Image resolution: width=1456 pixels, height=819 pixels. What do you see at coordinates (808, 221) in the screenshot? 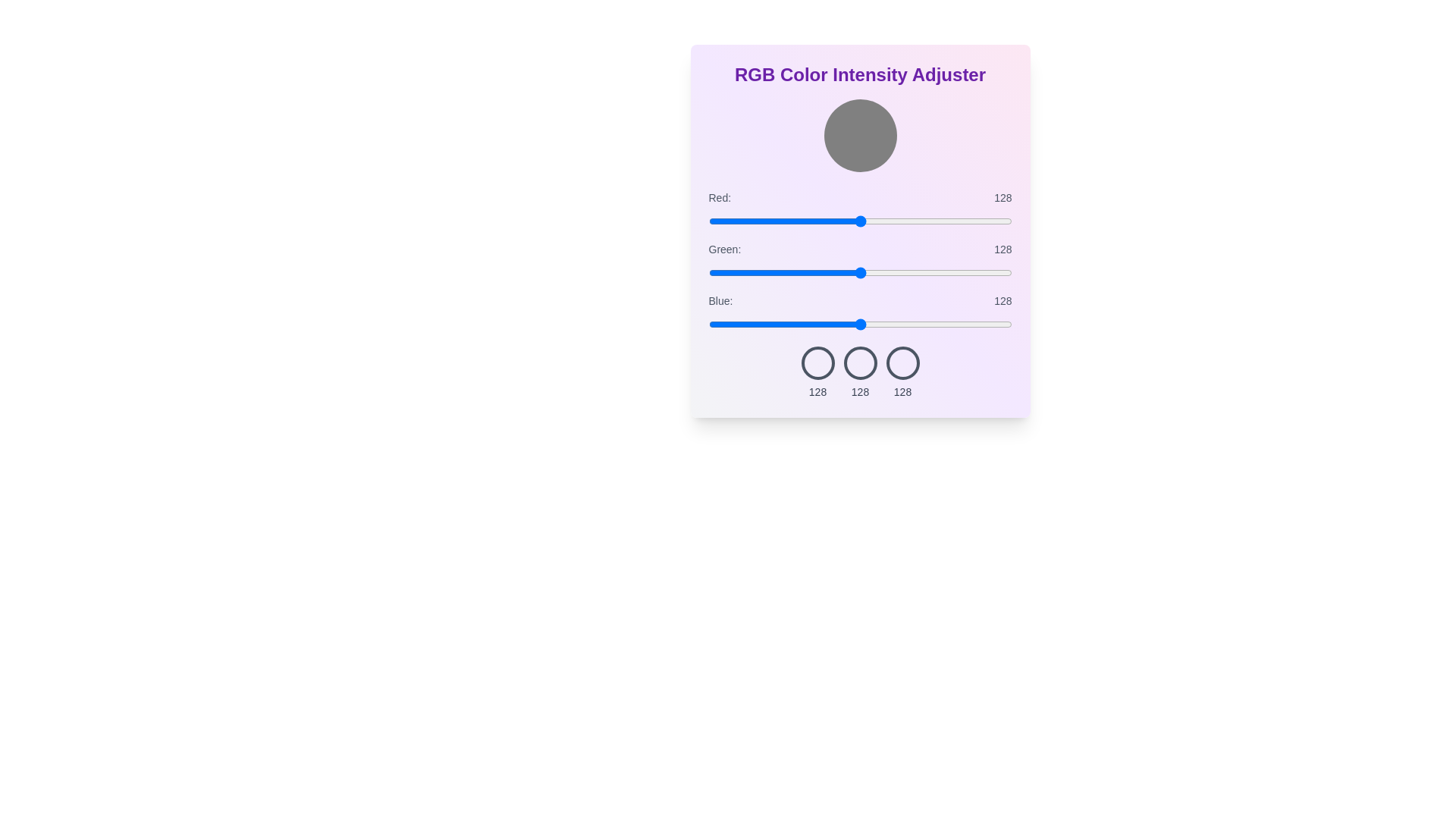
I see `the red color intensity slider to 85 value` at bounding box center [808, 221].